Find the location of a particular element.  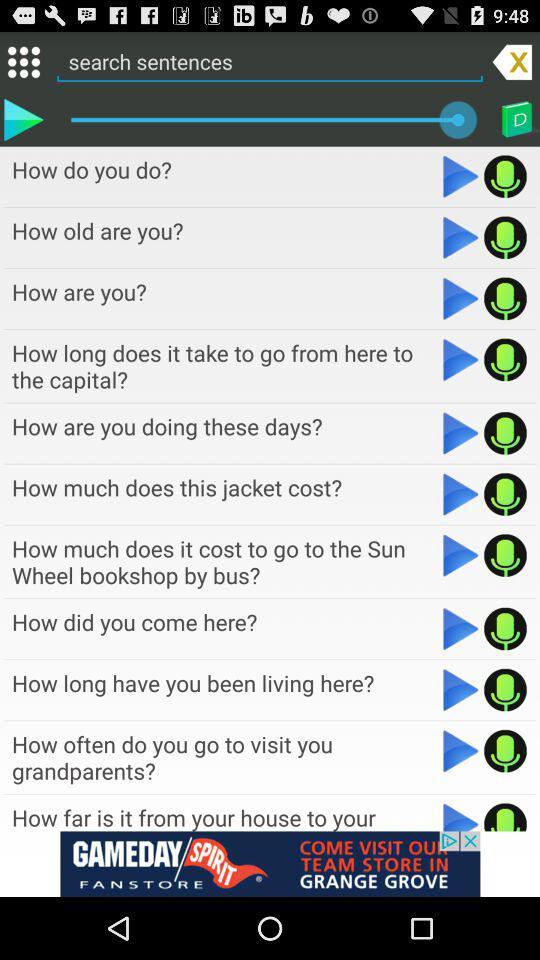

the file is located at coordinates (461, 237).